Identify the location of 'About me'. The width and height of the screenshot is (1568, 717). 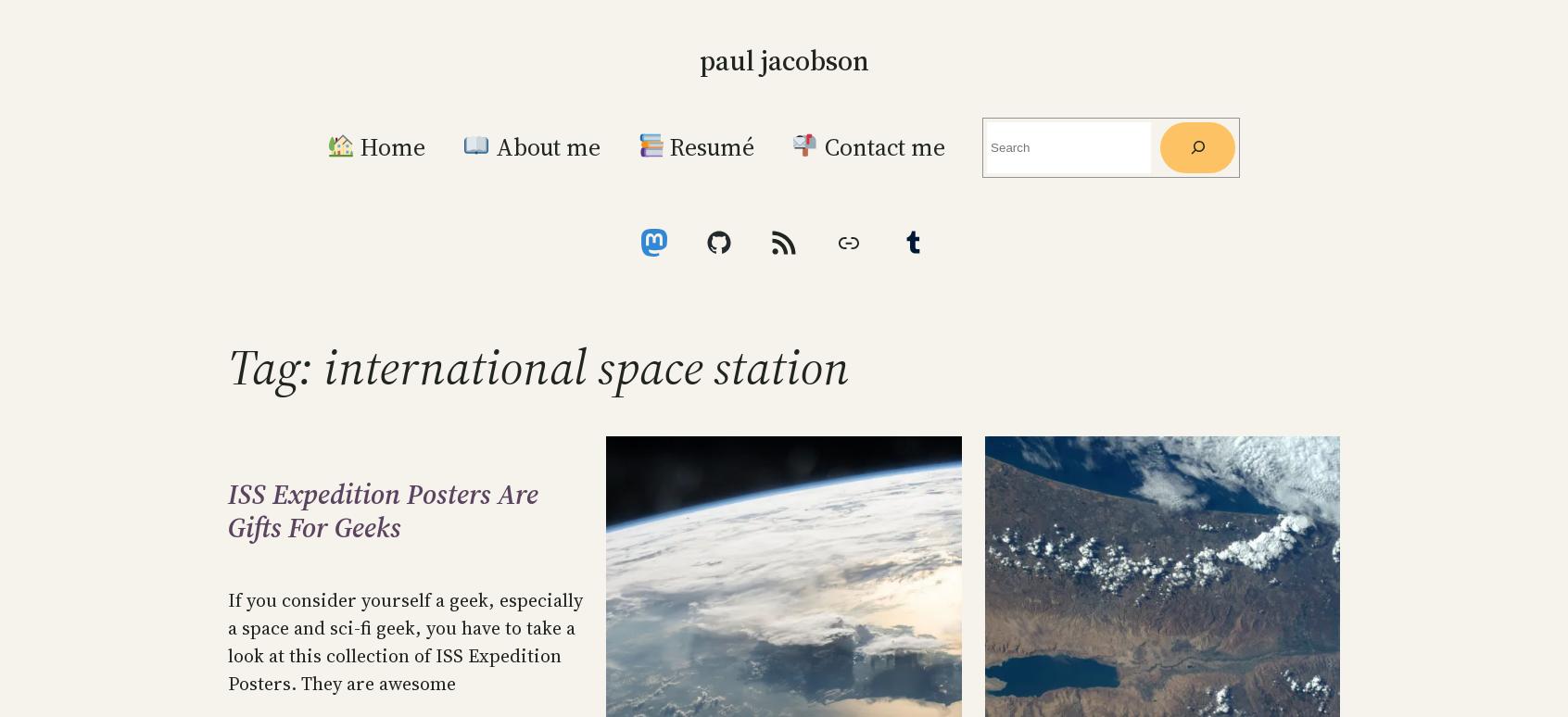
(543, 145).